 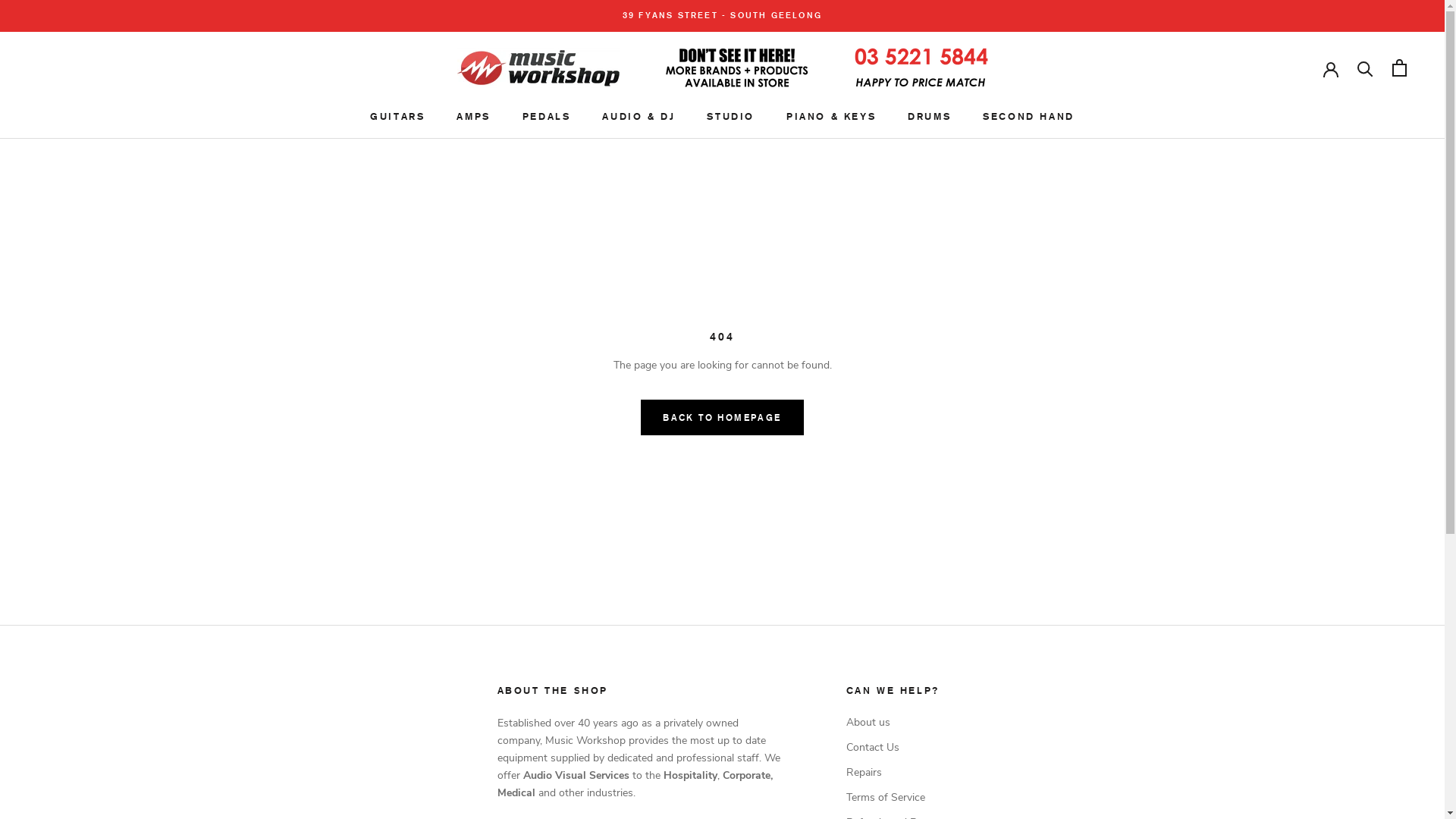 What do you see at coordinates (896, 746) in the screenshot?
I see `'Contact Us'` at bounding box center [896, 746].